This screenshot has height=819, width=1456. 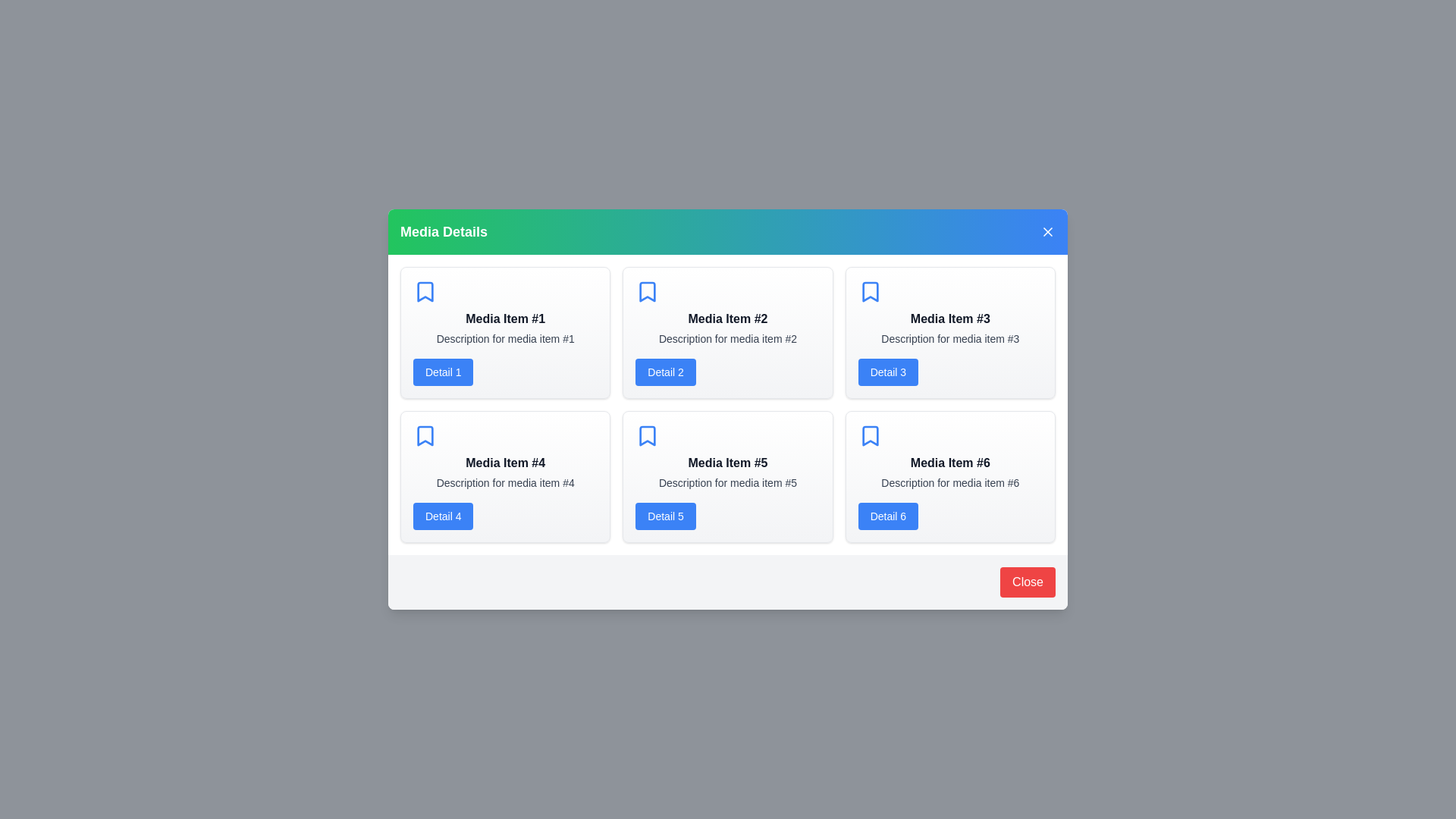 I want to click on the 'Detail 1' button for a specific media item, so click(x=442, y=372).